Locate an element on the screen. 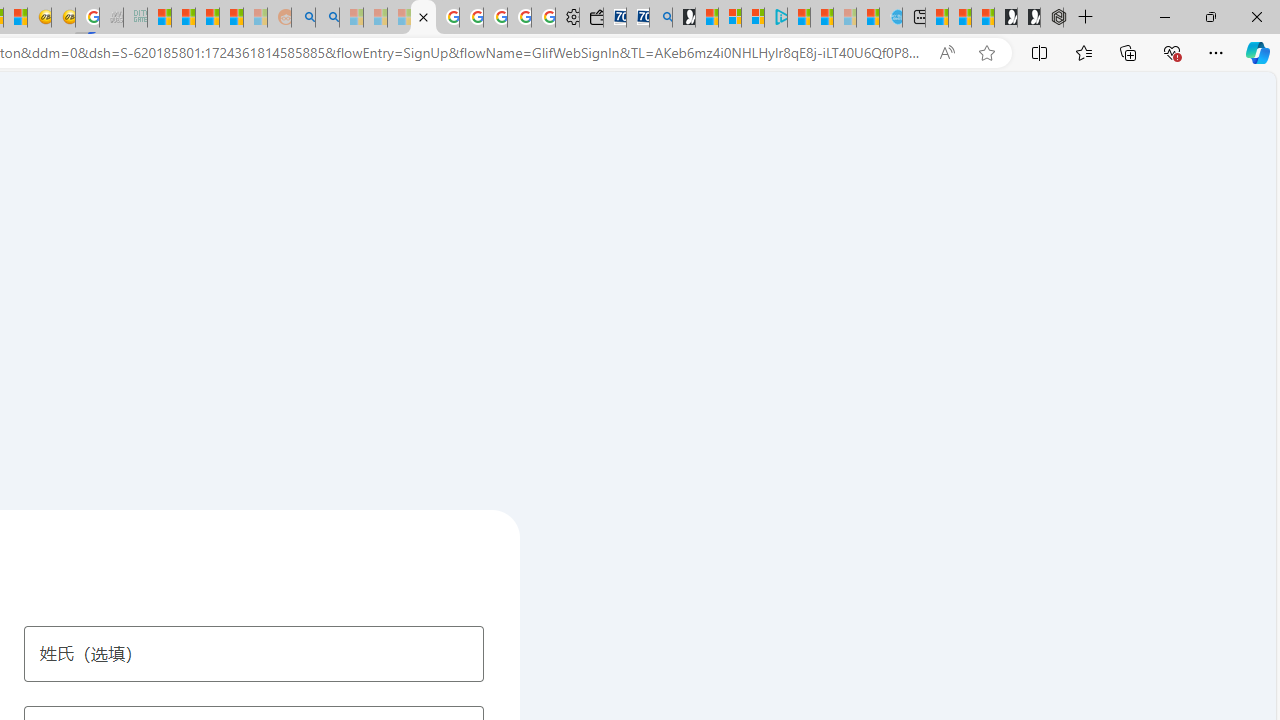  'Microsoft Start - Sleeping' is located at coordinates (845, 17).